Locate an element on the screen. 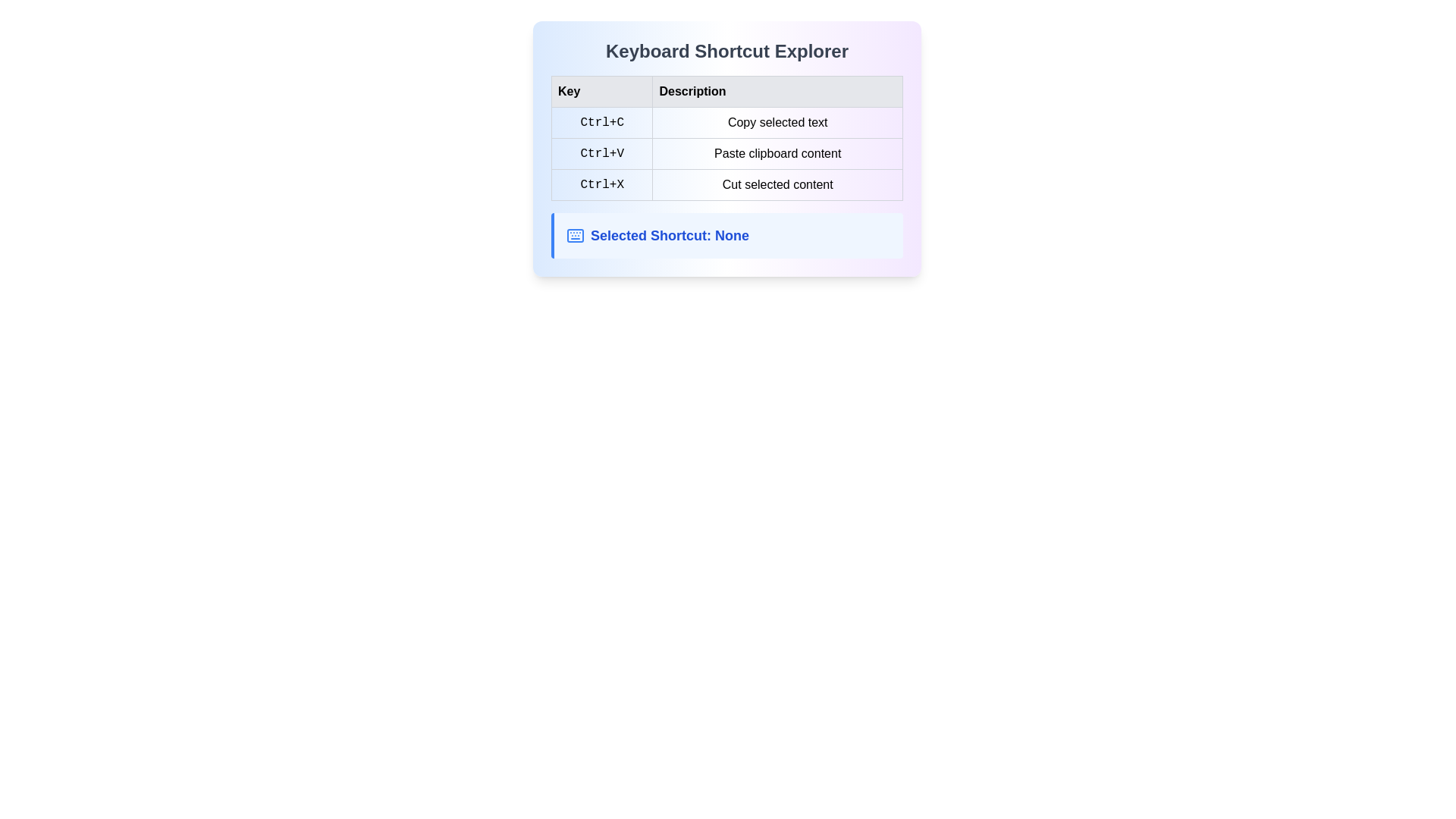 This screenshot has width=1456, height=819. the SVG rectangle component with rounded corners located at the center of the blue toolbar section that describes selected keyboard shortcuts is located at coordinates (574, 236).